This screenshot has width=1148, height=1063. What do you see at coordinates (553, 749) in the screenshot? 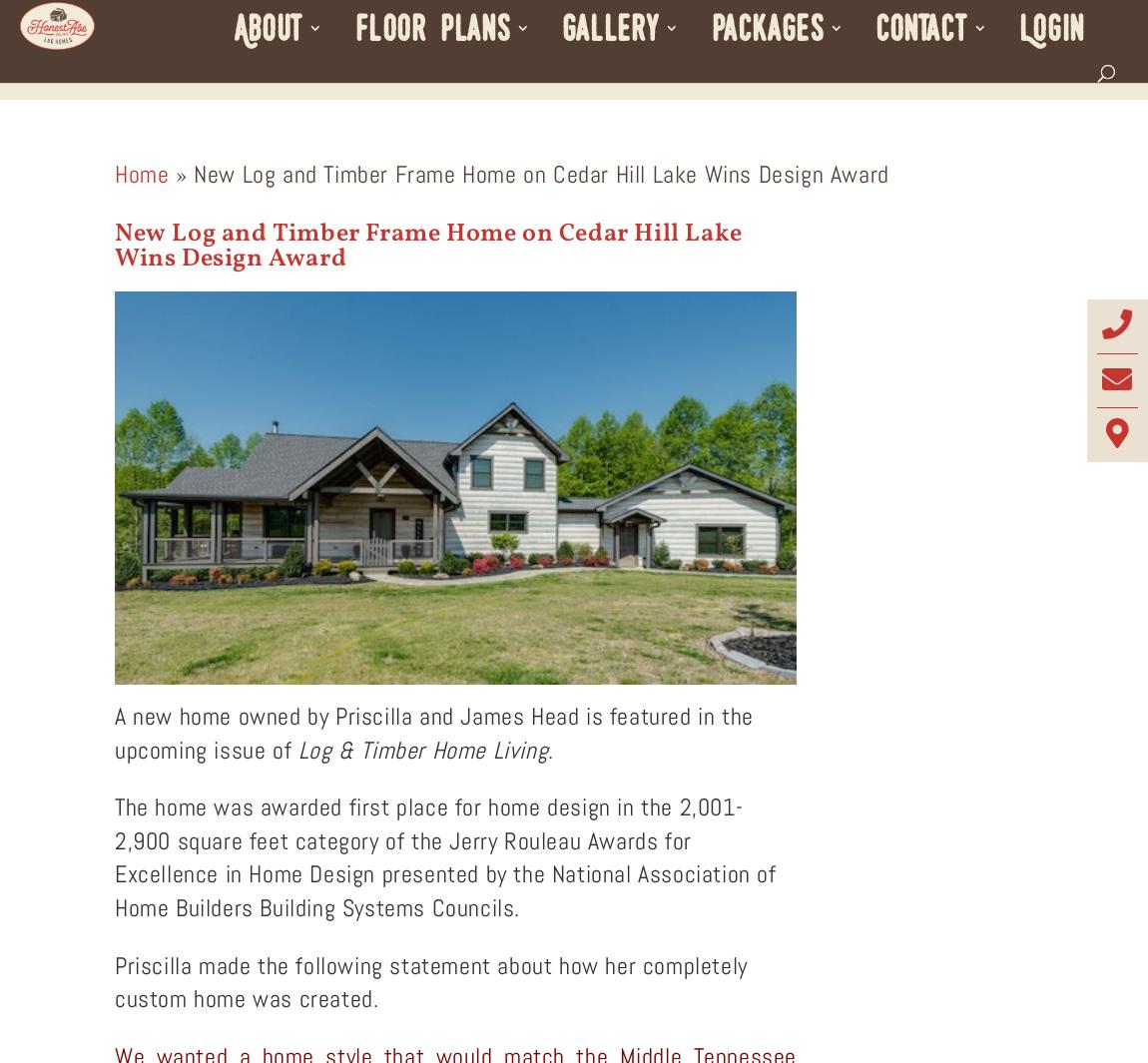
I see `'.'` at bounding box center [553, 749].